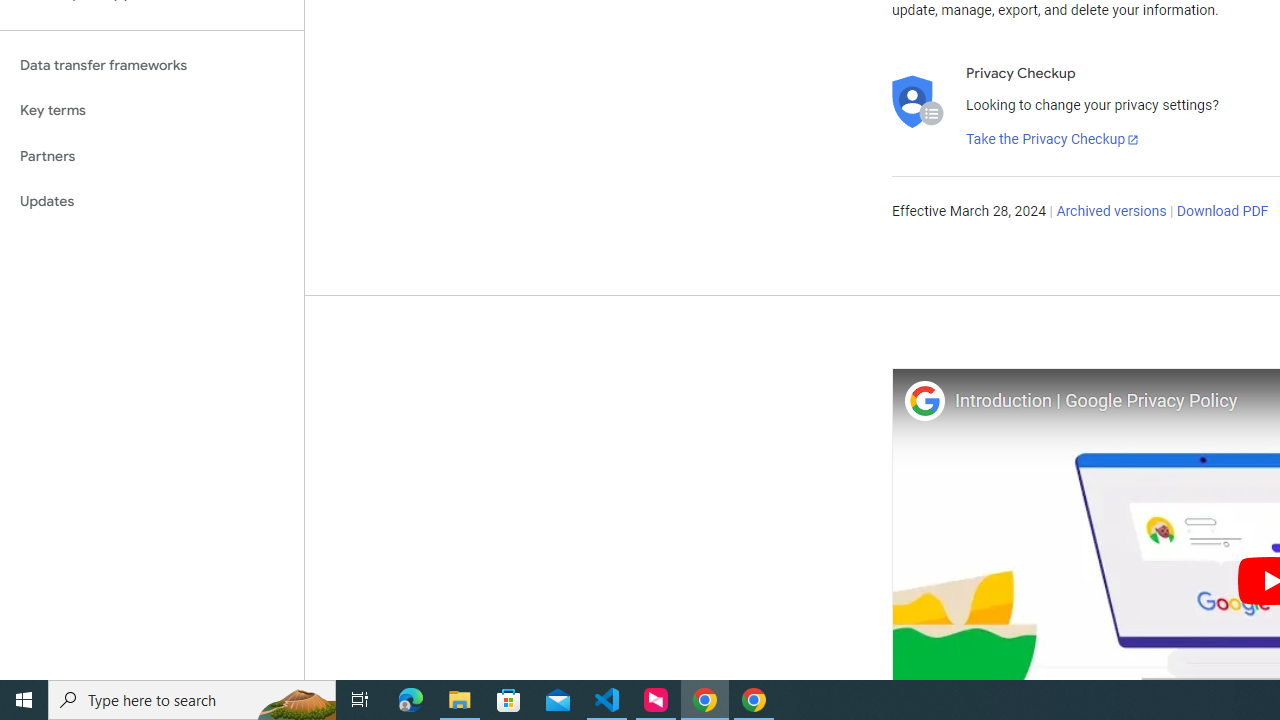 This screenshot has height=720, width=1280. I want to click on 'Take the Privacy Checkup', so click(1052, 139).